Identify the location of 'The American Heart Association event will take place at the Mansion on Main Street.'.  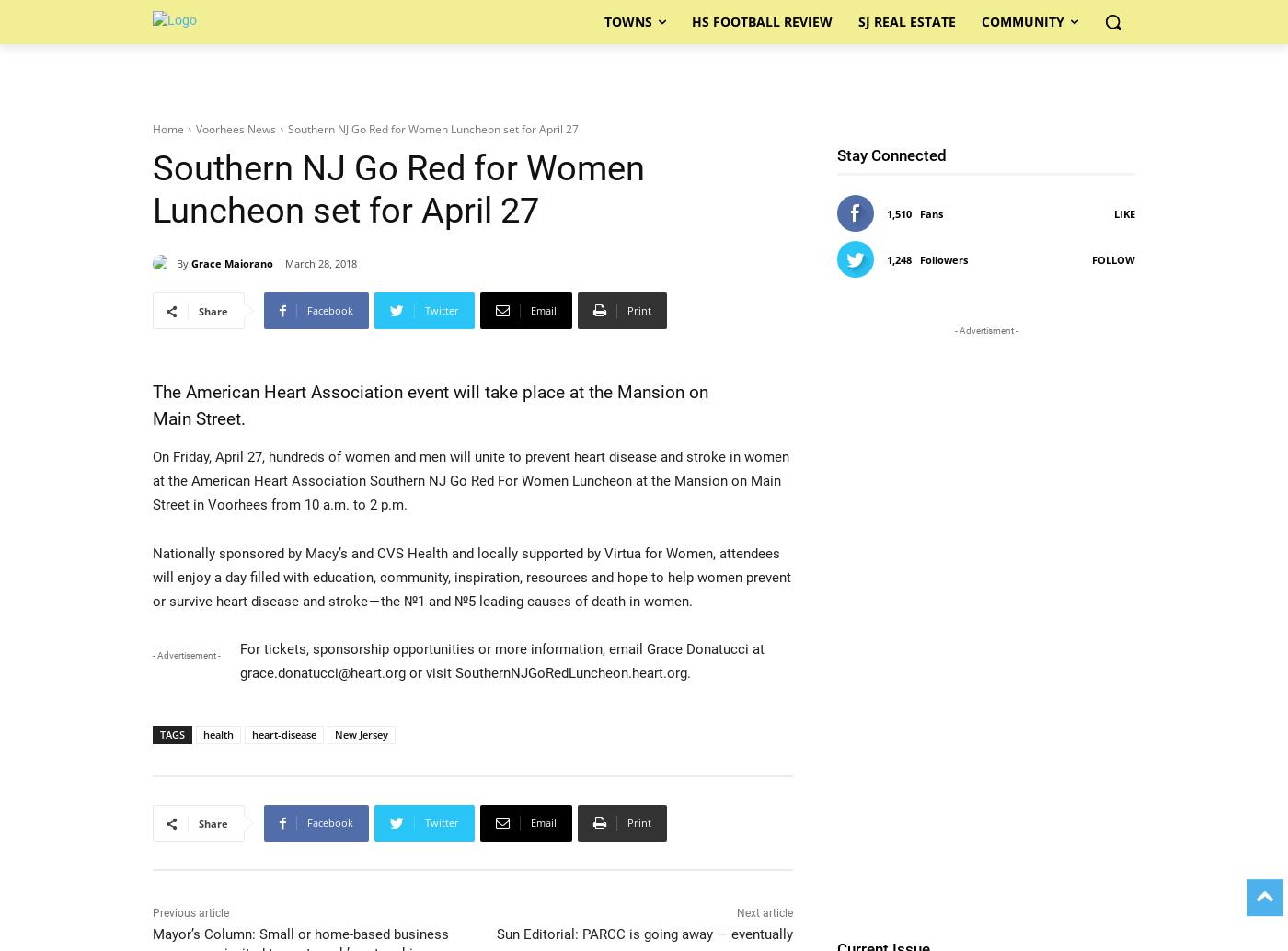
(431, 405).